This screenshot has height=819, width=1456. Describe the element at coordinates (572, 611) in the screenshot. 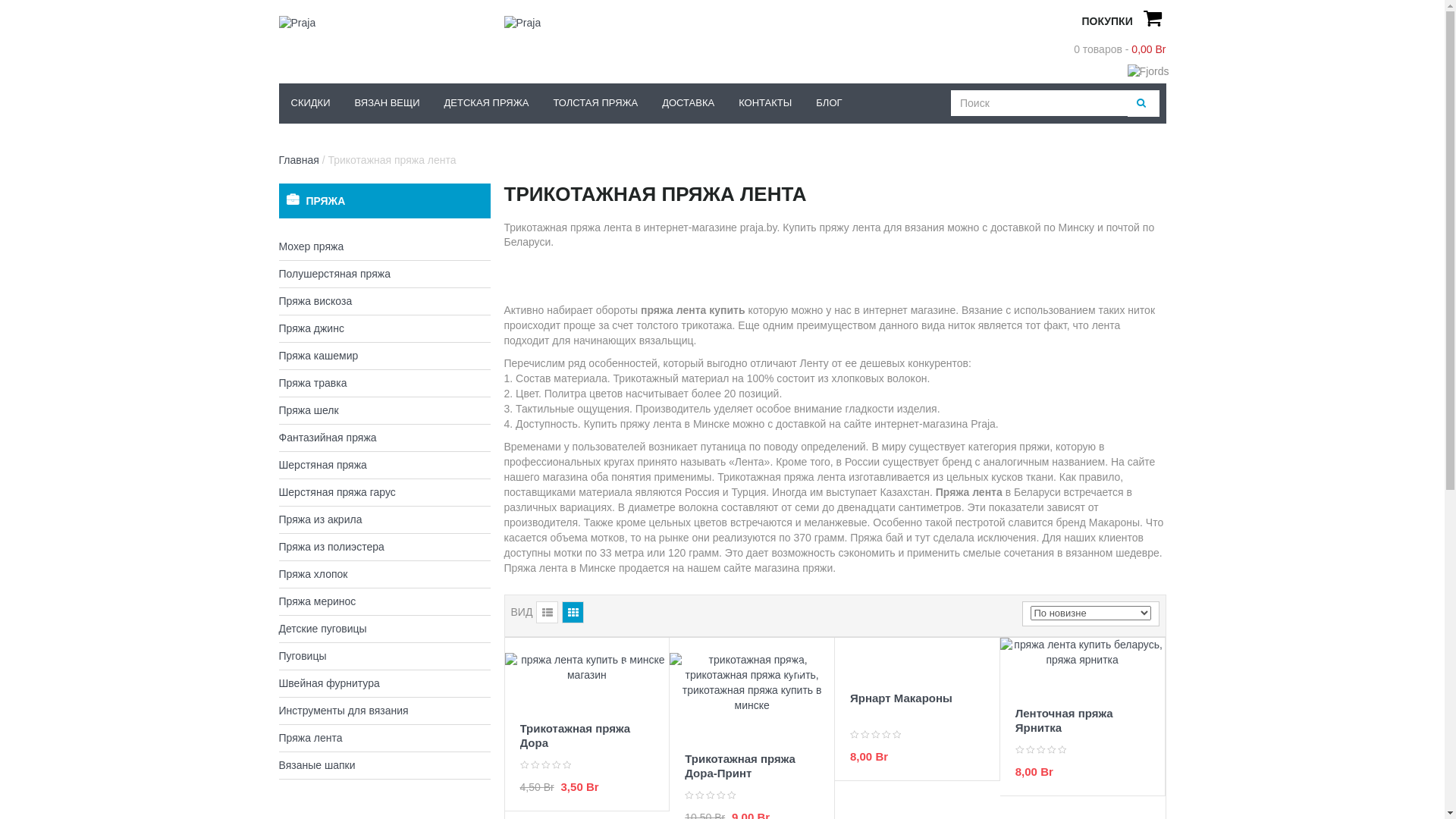

I see `'Grid'` at that location.